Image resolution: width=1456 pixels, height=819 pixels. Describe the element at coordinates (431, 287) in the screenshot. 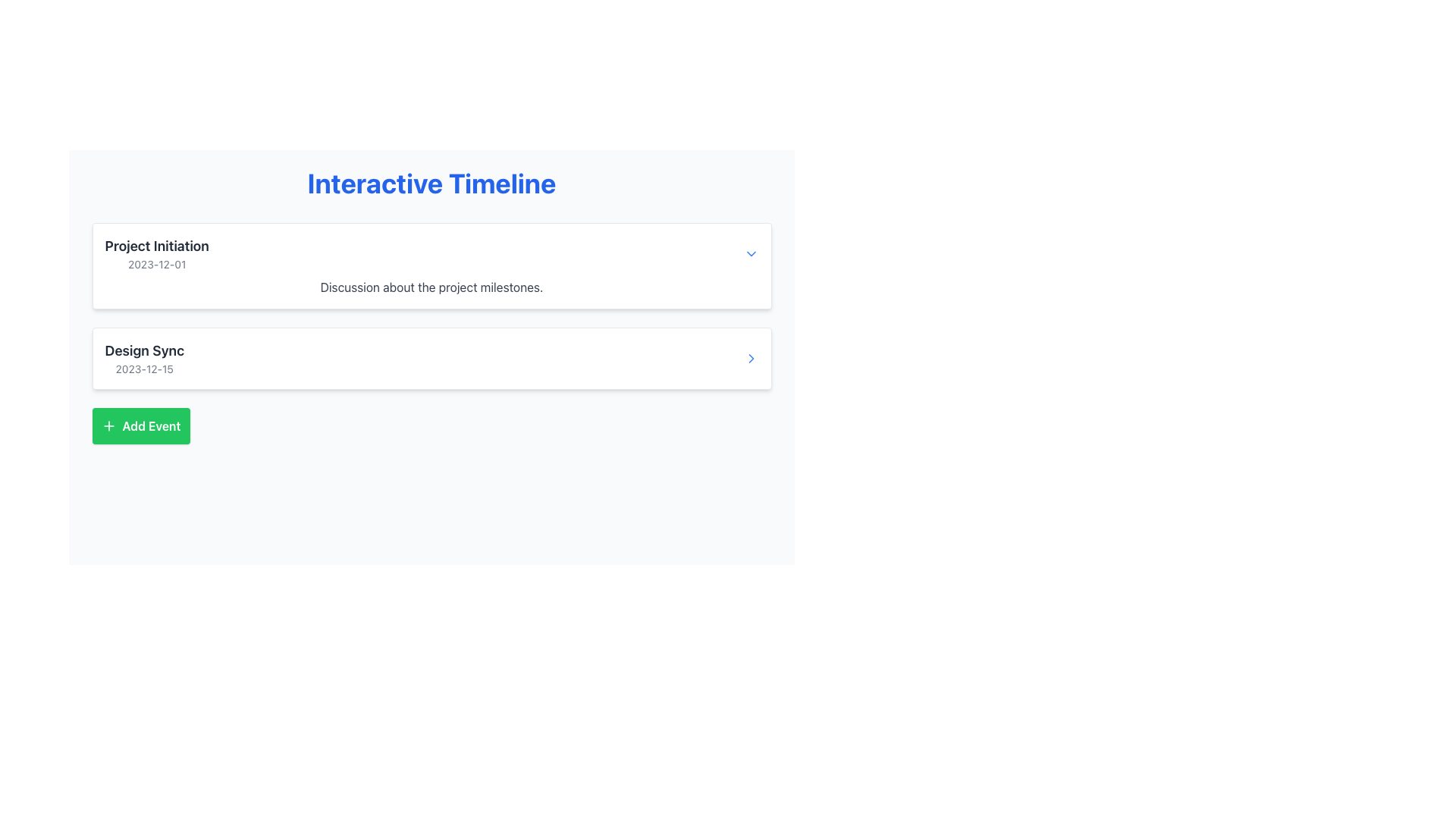

I see `the informational Text Label located within the 'Project Initiation 2023-12-01' card interface, positioned directly below the title and date text` at that location.